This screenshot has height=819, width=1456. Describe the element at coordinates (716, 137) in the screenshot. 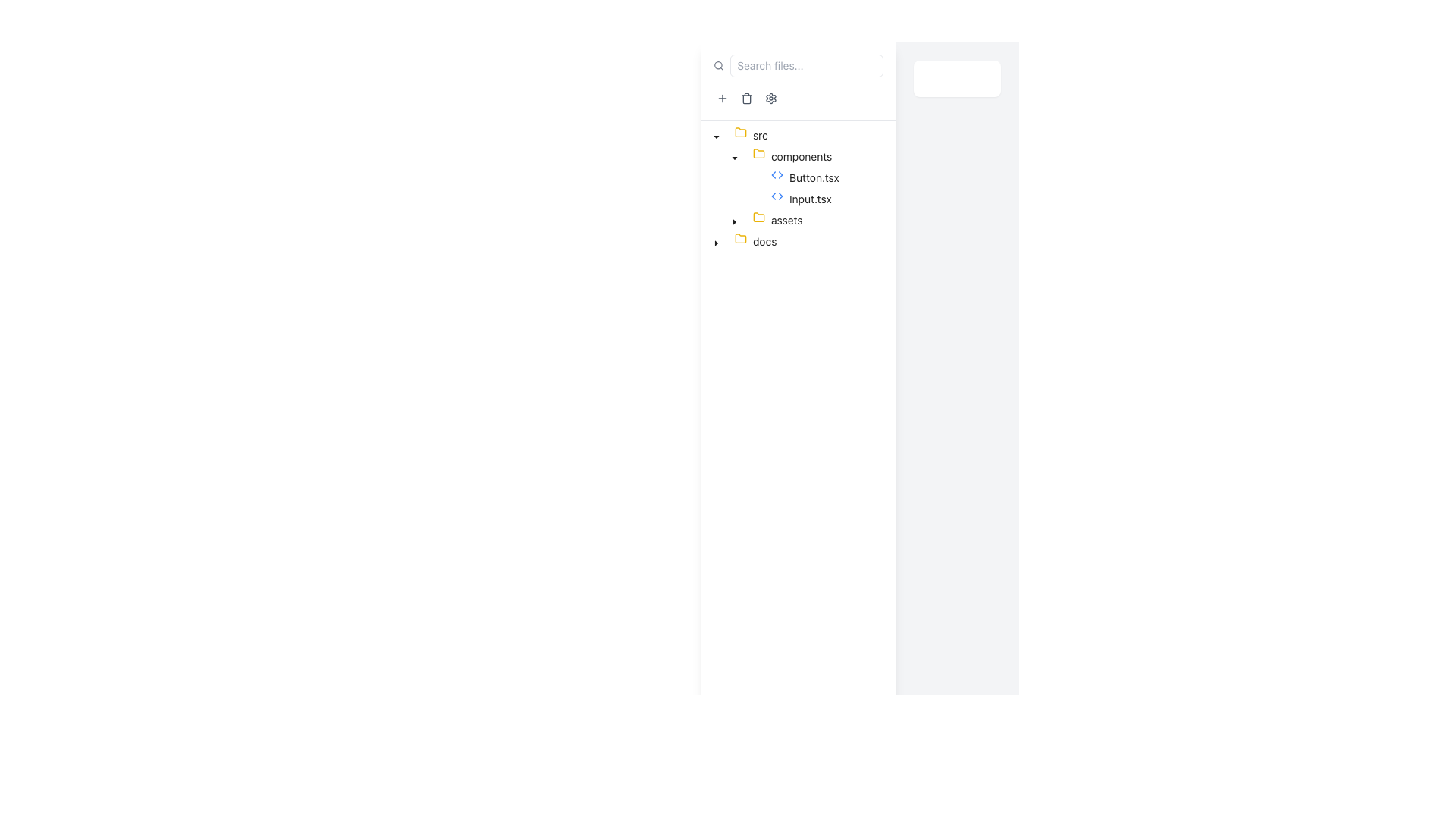

I see `the downward-pointing caret icon next to the 'src' folder` at that location.